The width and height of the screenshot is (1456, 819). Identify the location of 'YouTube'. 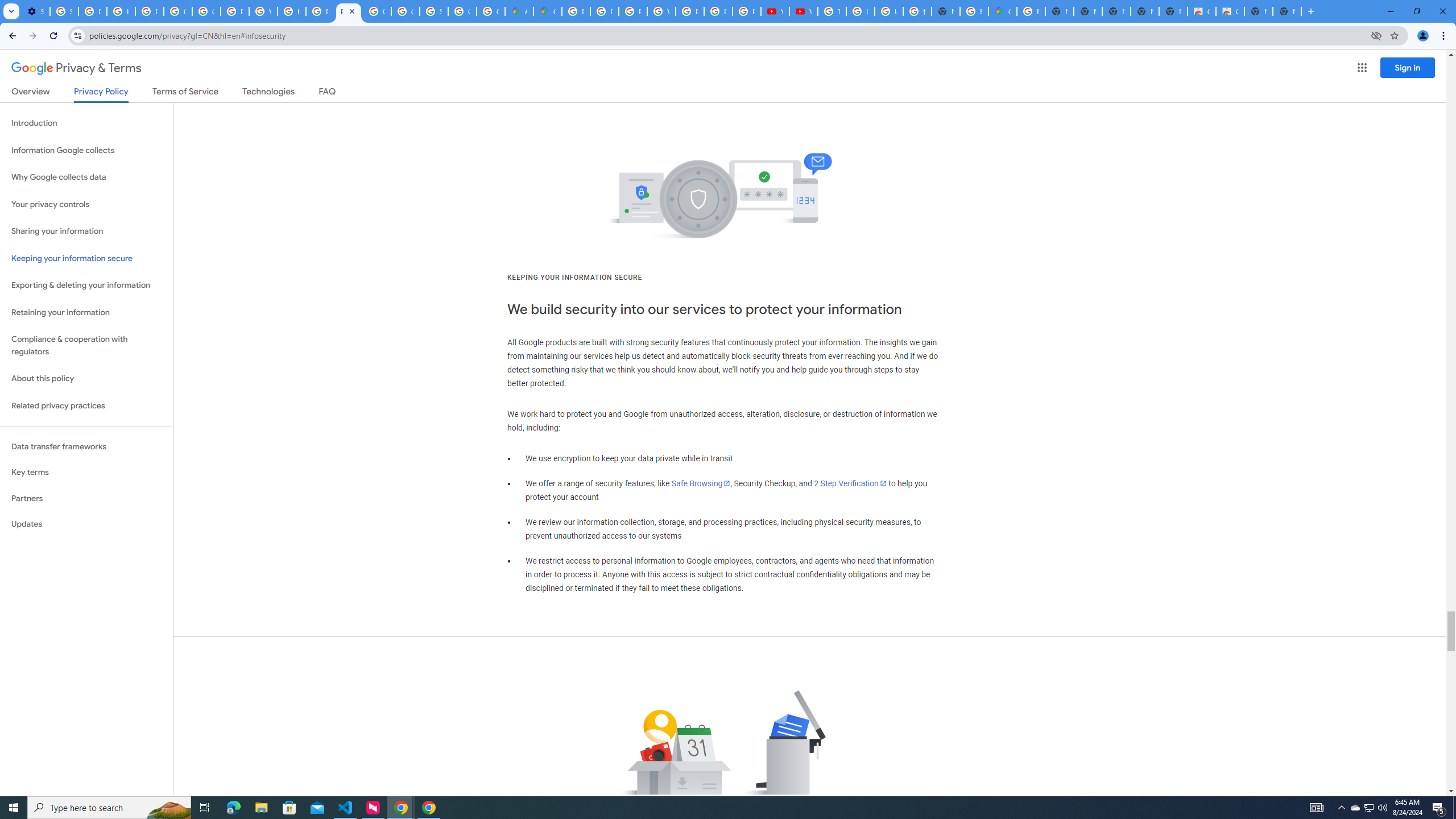
(775, 11).